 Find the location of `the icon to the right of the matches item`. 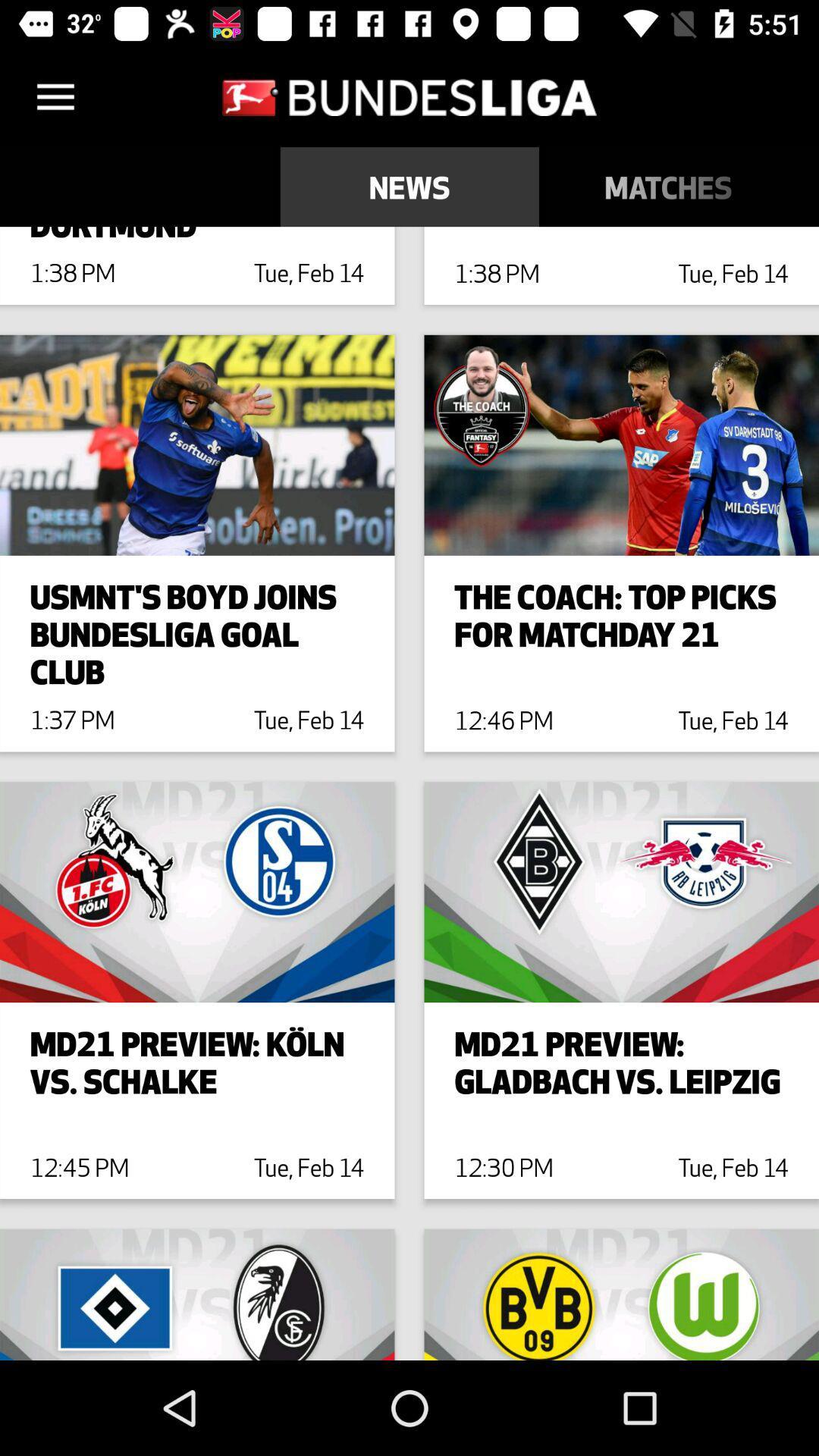

the icon to the right of the matches item is located at coordinates (808, 186).